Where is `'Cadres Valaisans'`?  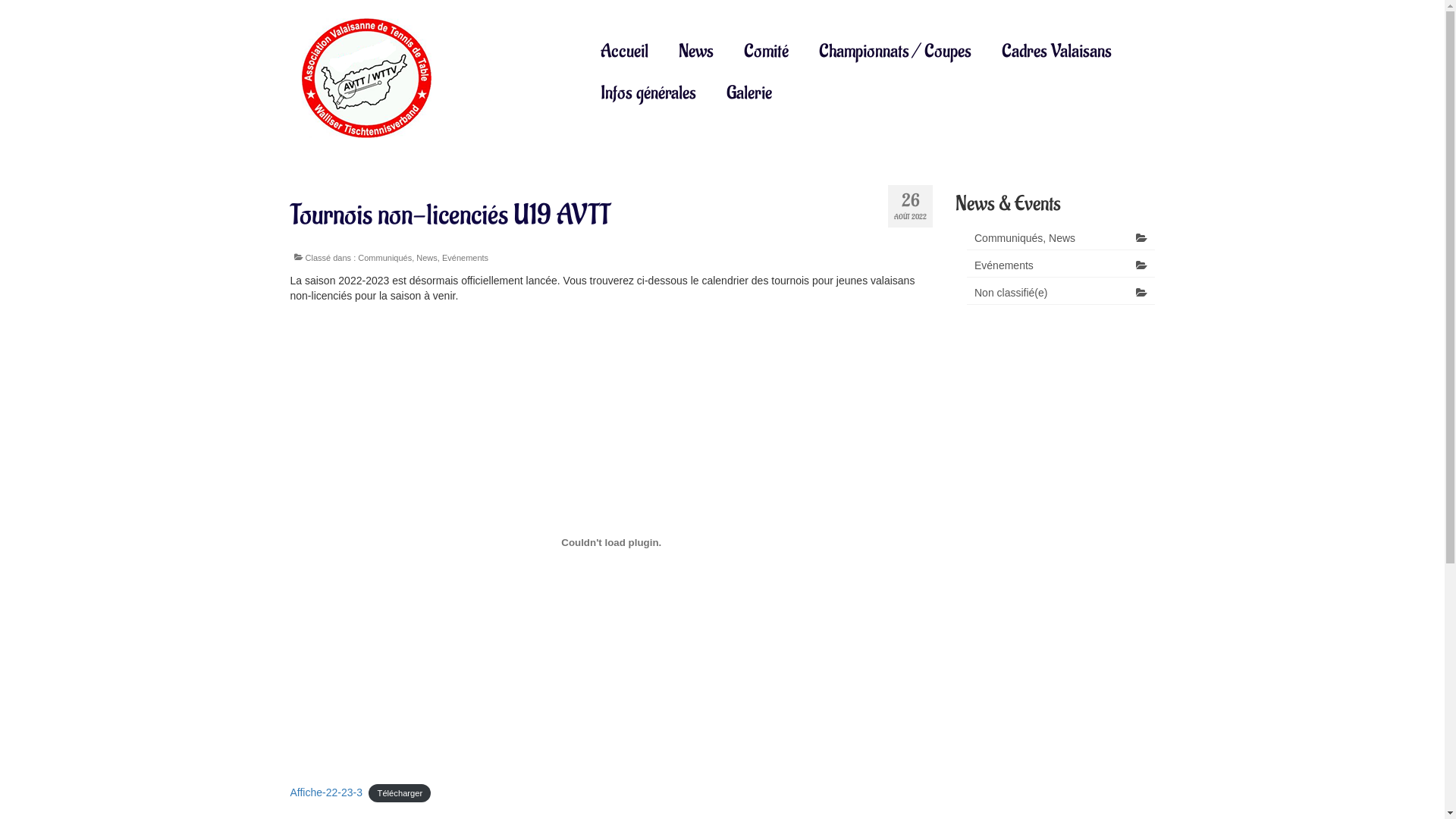
'Cadres Valaisans' is located at coordinates (986, 50).